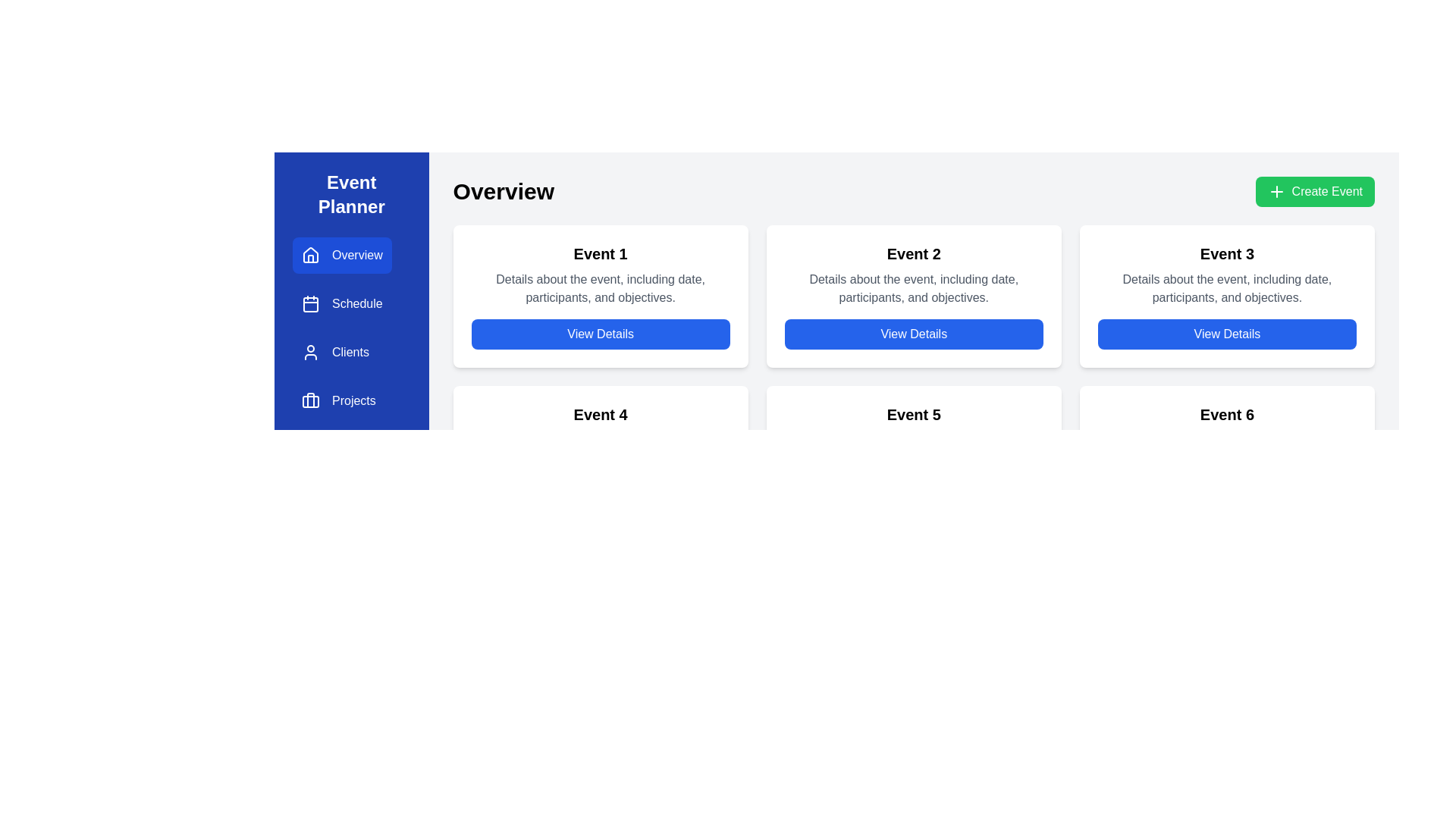 The width and height of the screenshot is (1456, 819). Describe the element at coordinates (309, 254) in the screenshot. I see `the 'home' icon located in the sidebar navigation panel next to the 'Overview' label` at that location.